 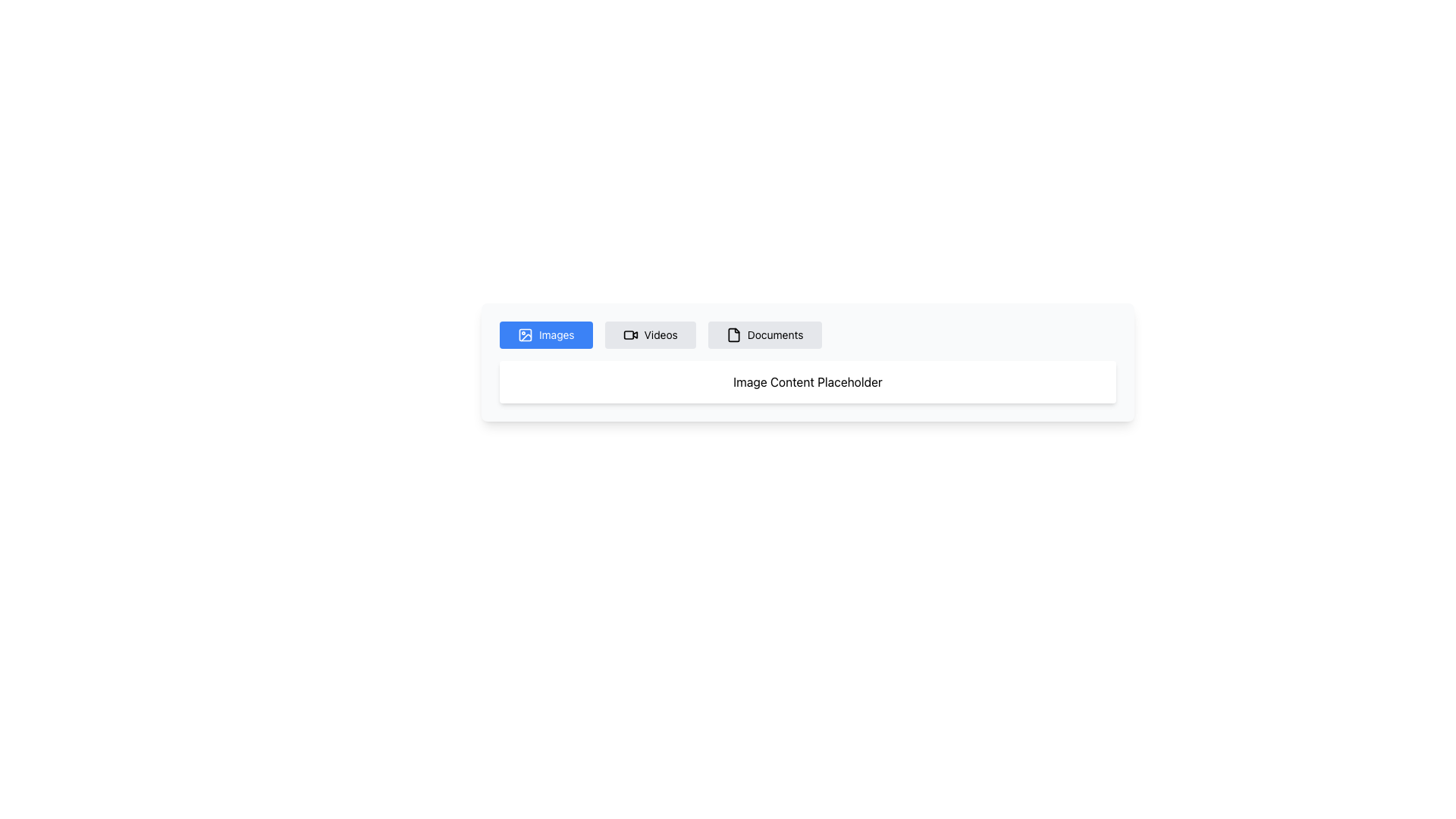 What do you see at coordinates (661, 334) in the screenshot?
I see `the label that represents a selectable tab for navigating to the video section, which is located to the right of the video camera icon and is the third element in the group` at bounding box center [661, 334].